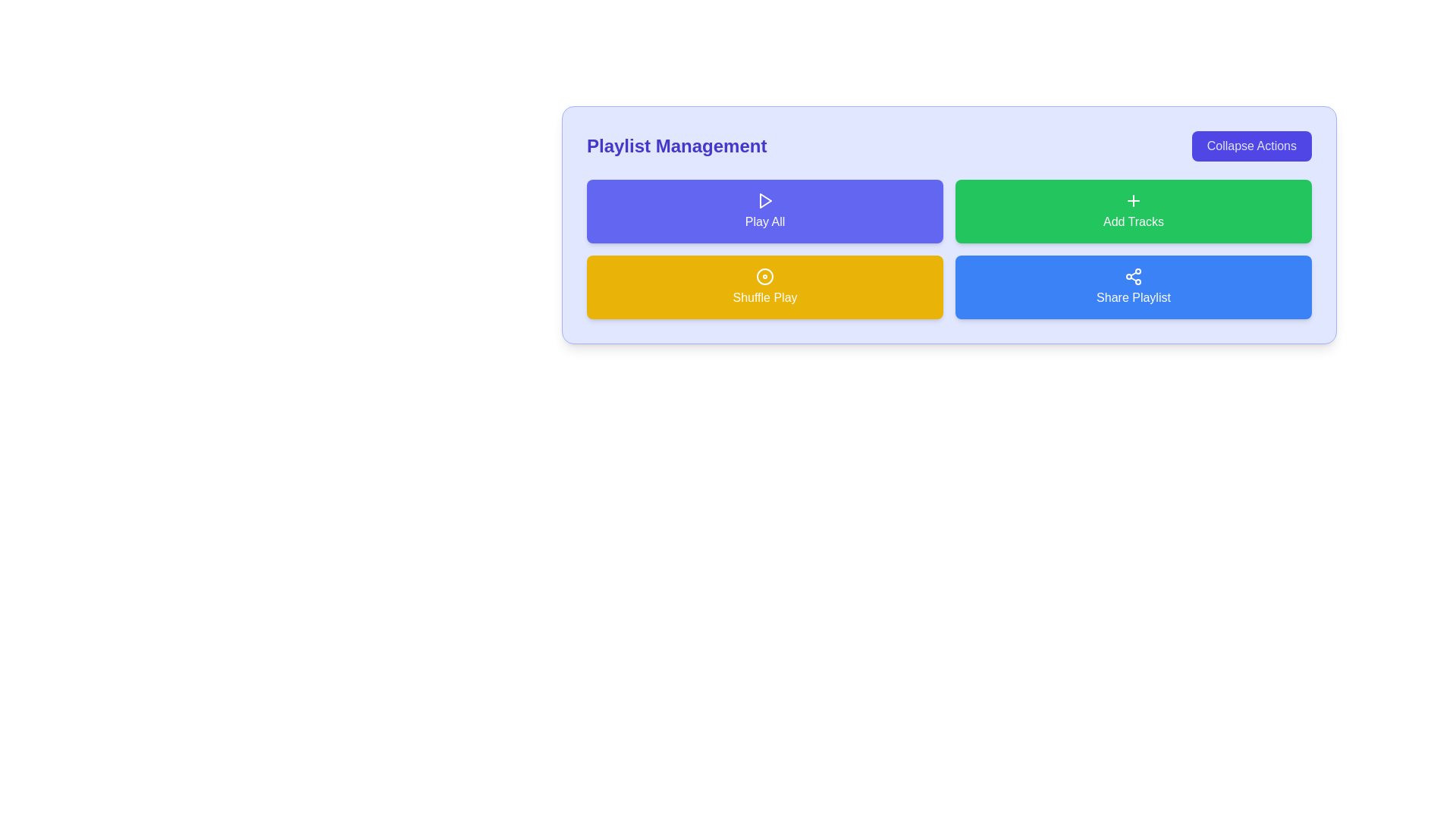 This screenshot has width=1456, height=819. Describe the element at coordinates (1133, 287) in the screenshot. I see `the interactive button located in the bottom-right of the 'Playlist Management' section` at that location.